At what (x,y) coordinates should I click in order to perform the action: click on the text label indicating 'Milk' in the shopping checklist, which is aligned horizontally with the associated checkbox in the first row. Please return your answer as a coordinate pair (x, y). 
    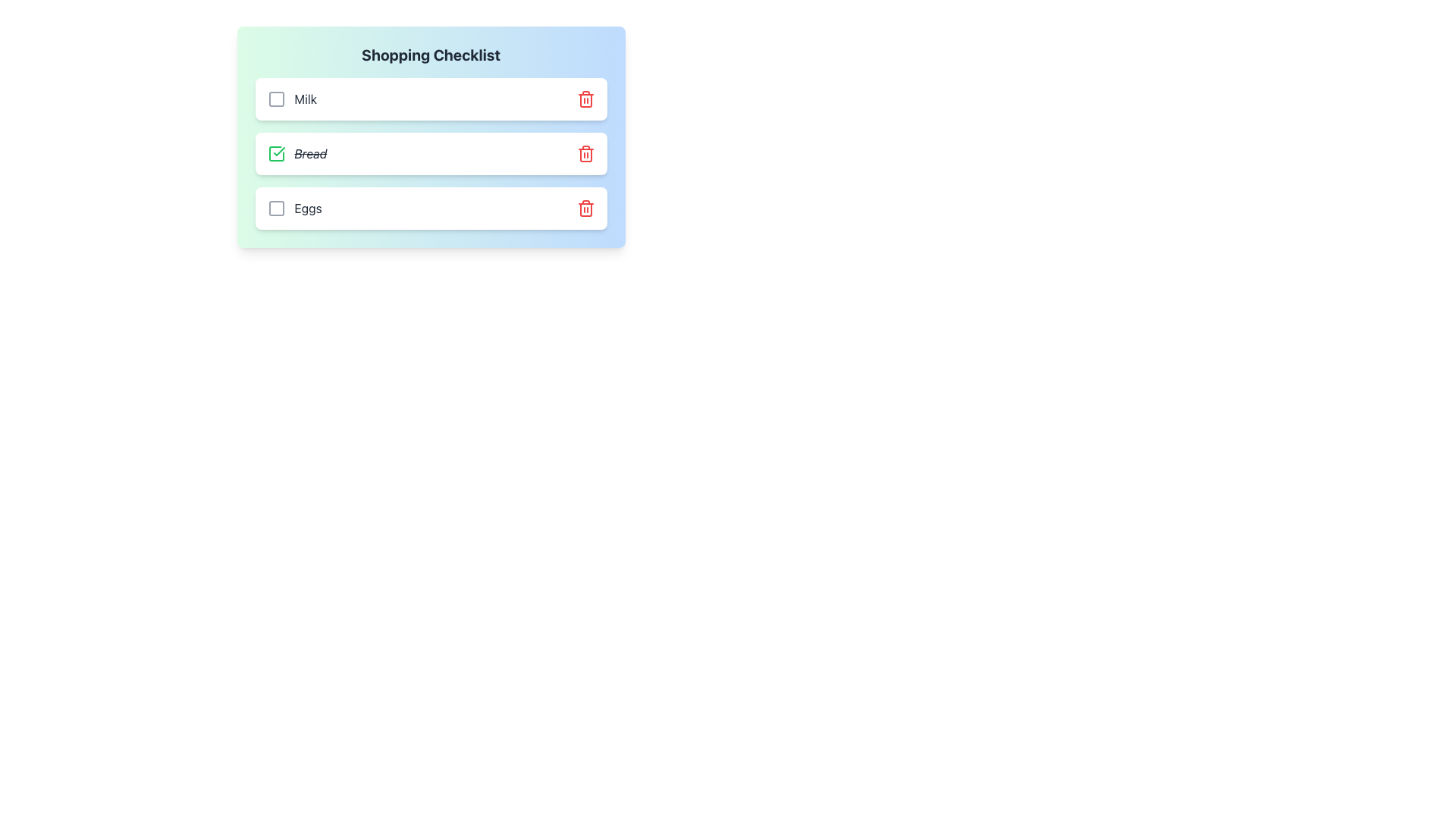
    Looking at the image, I should click on (305, 99).